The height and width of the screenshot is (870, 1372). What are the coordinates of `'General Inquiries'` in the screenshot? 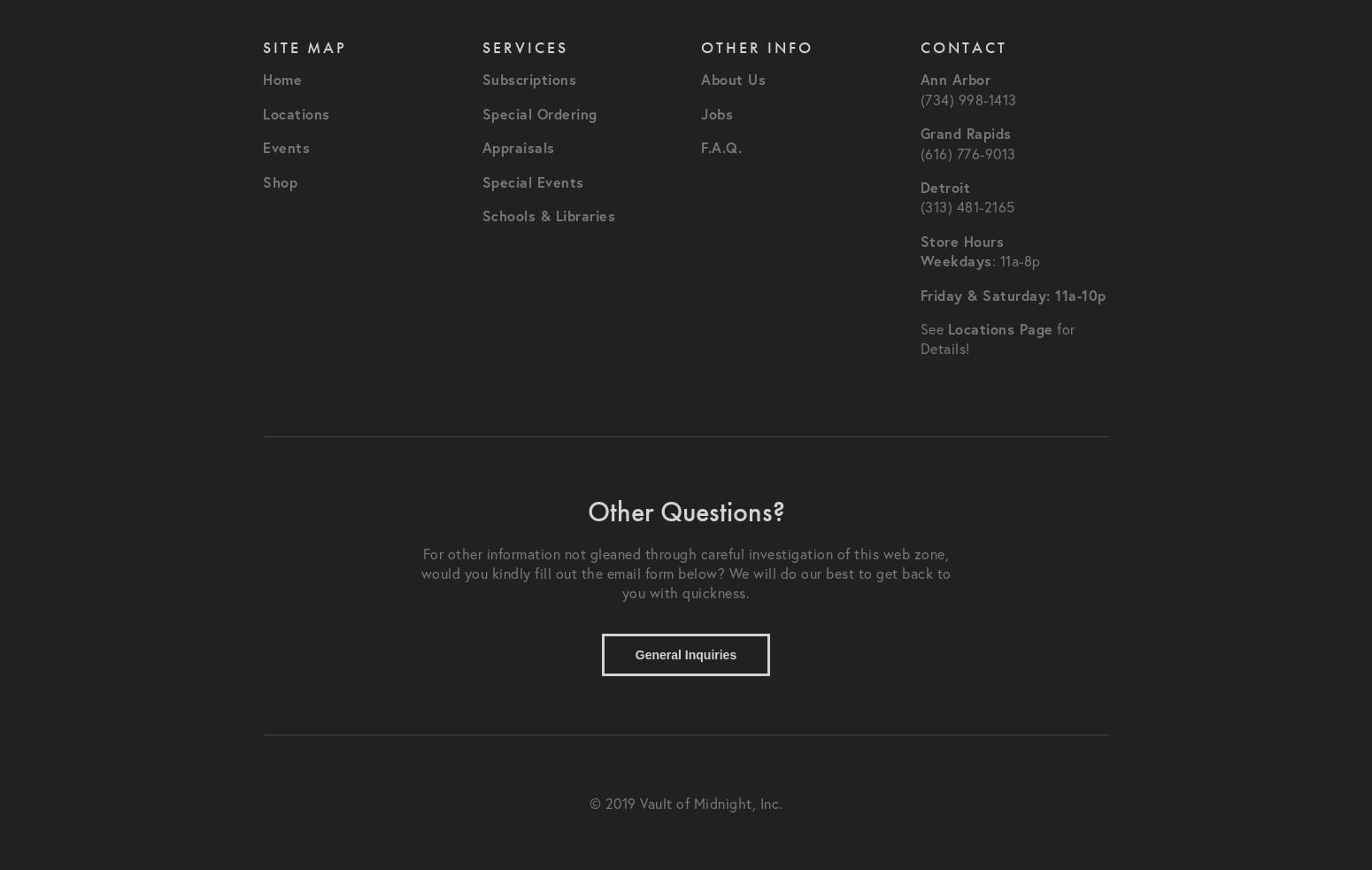 It's located at (685, 653).